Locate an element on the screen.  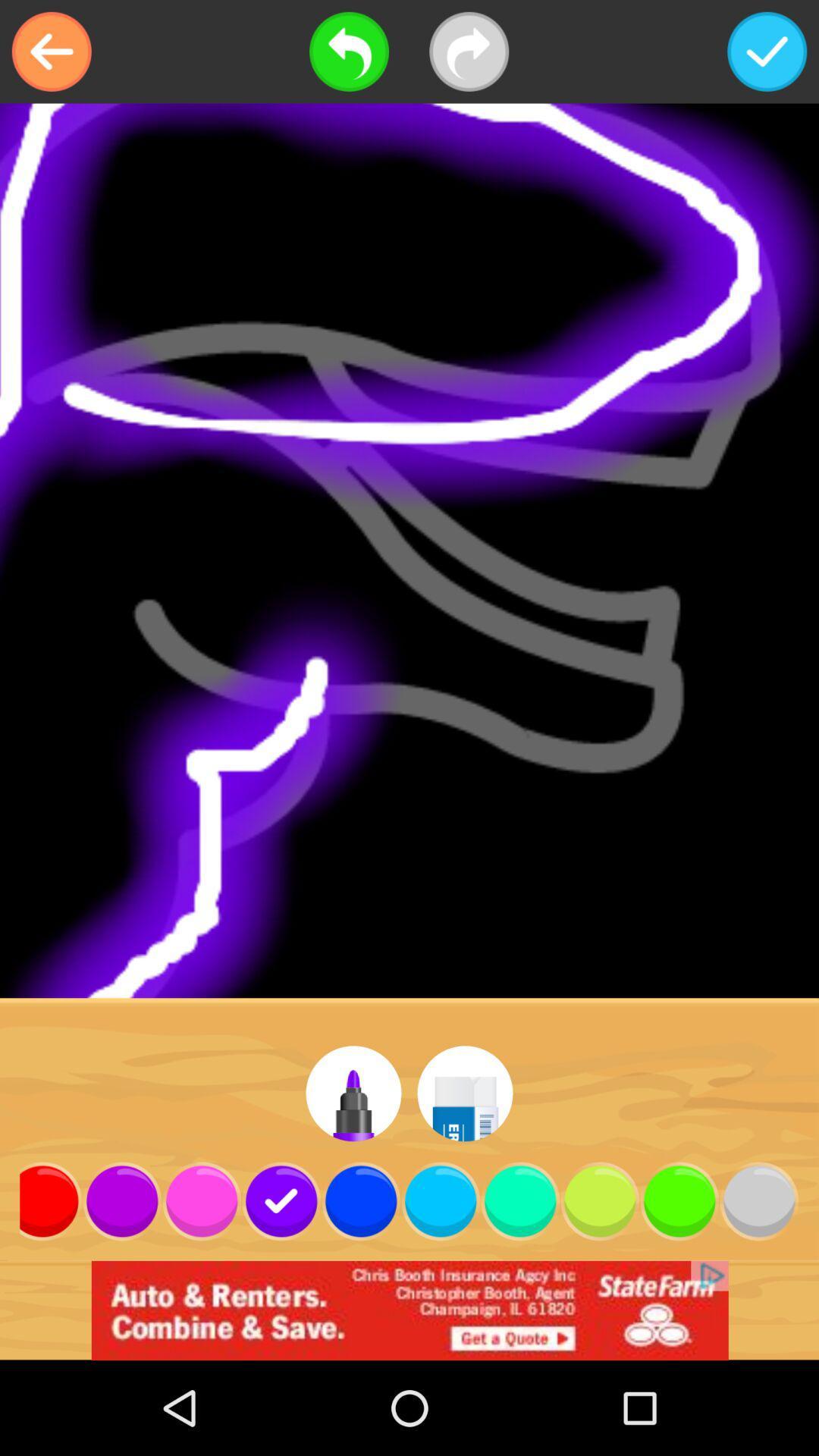
advertisement content is located at coordinates (409, 1310).